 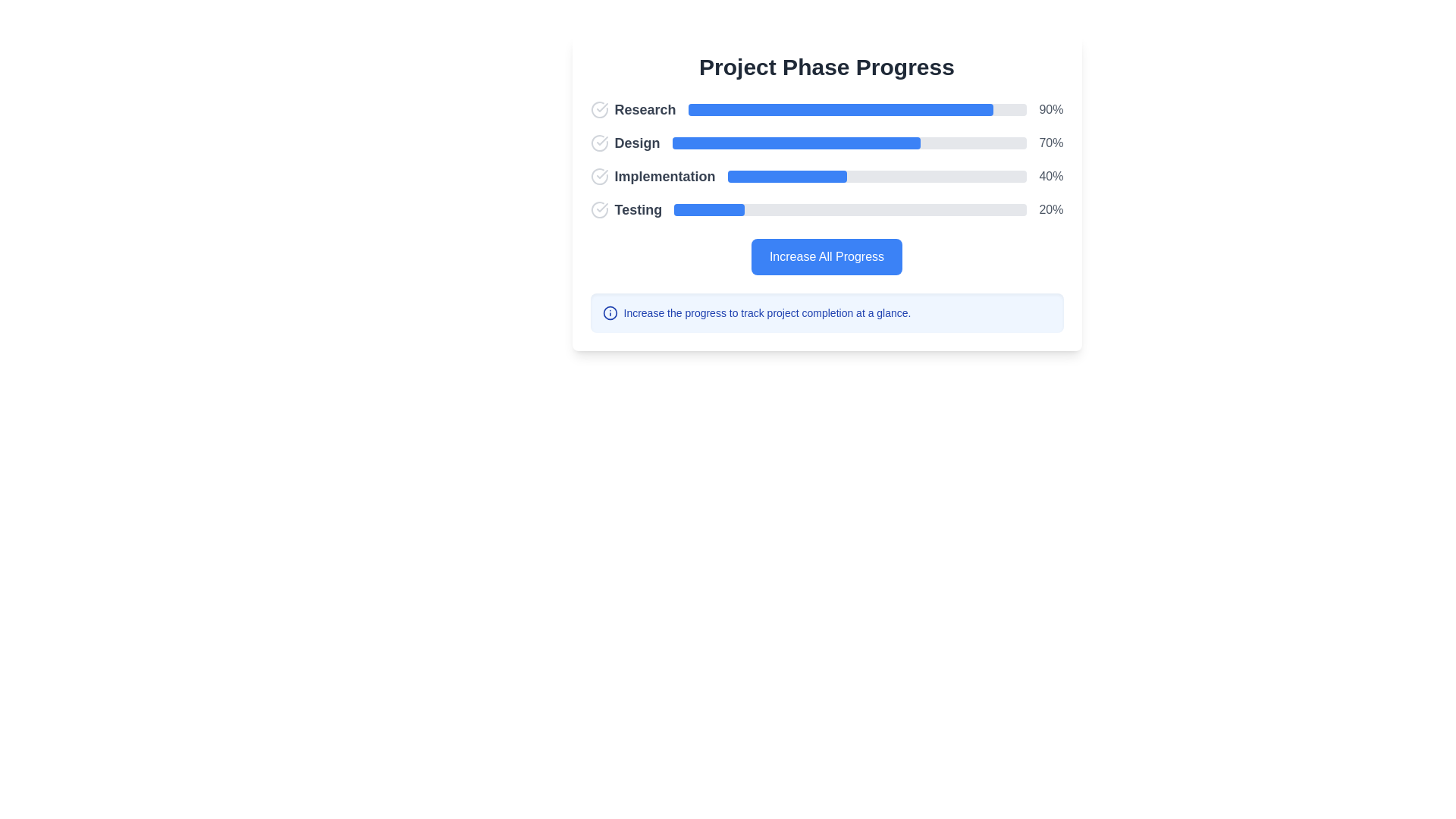 What do you see at coordinates (708, 210) in the screenshot?
I see `the Progress Indicator that visually represents the 20% completion of the 'Testing' phase in the 'Project Phase Progress' list` at bounding box center [708, 210].